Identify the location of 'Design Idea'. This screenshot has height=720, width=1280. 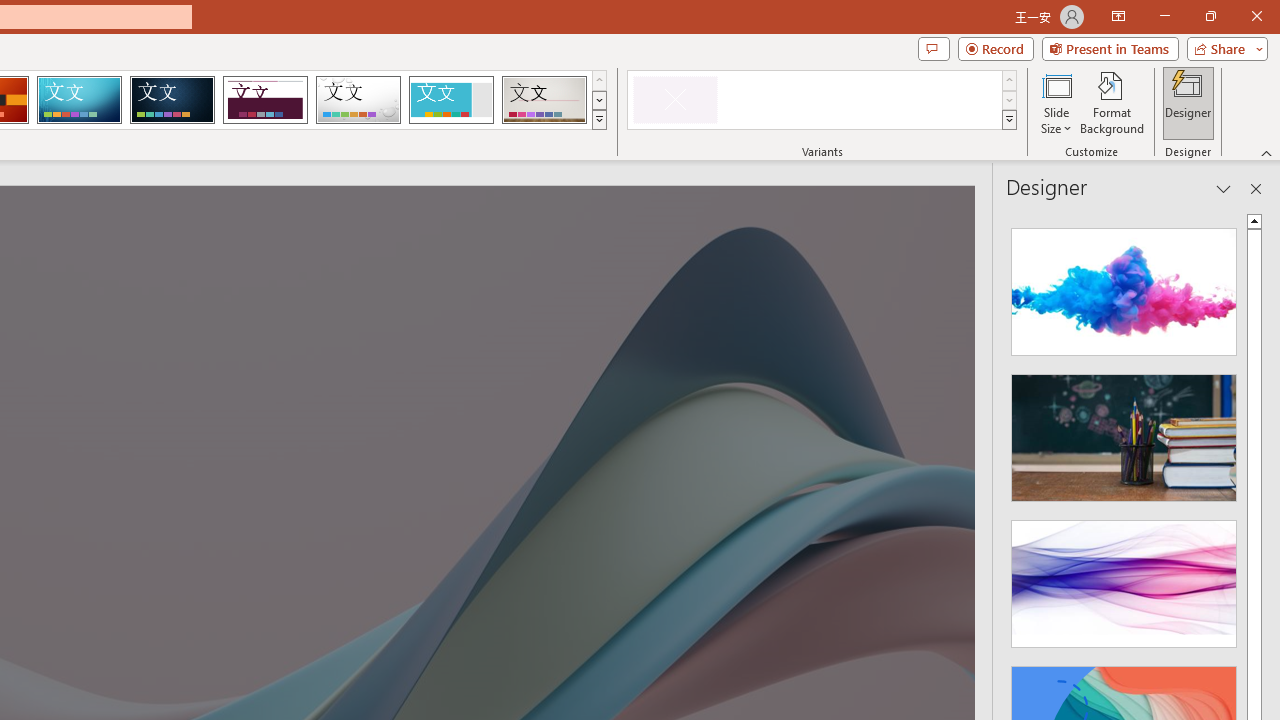
(1124, 577).